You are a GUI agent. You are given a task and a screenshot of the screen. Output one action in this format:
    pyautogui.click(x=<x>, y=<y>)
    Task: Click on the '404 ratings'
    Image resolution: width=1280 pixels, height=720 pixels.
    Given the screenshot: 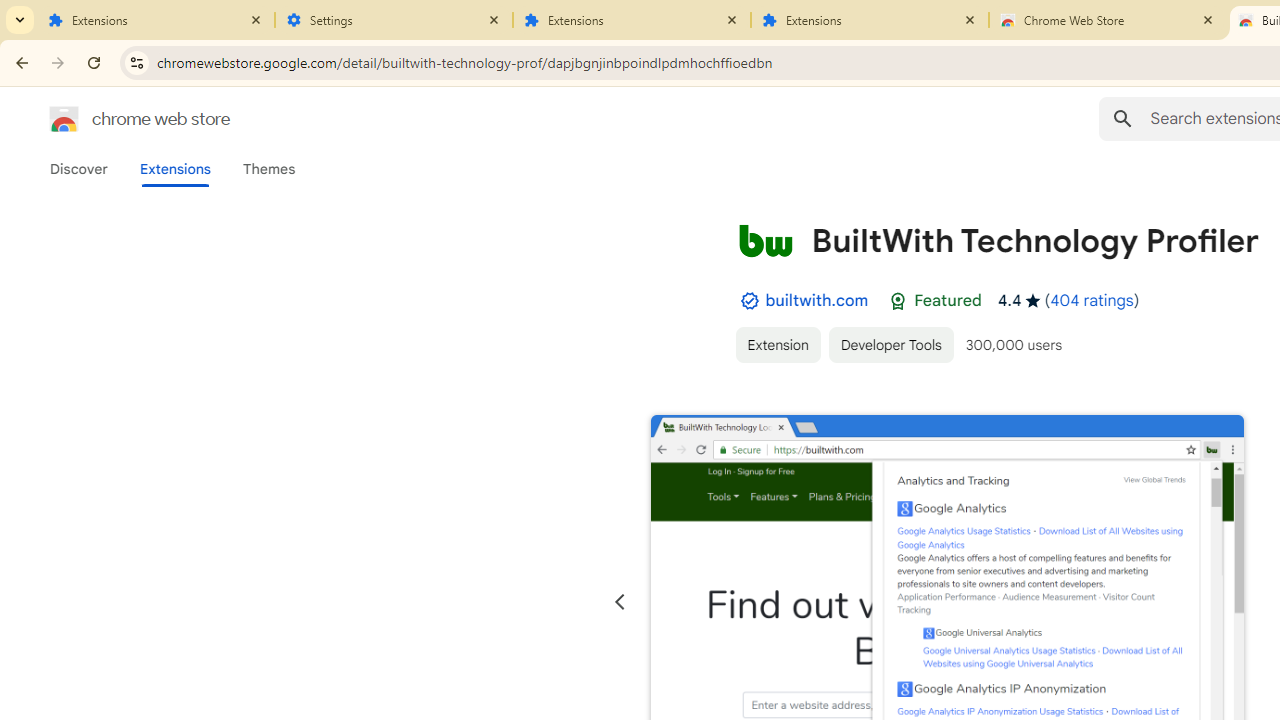 What is the action you would take?
    pyautogui.click(x=1090, y=300)
    